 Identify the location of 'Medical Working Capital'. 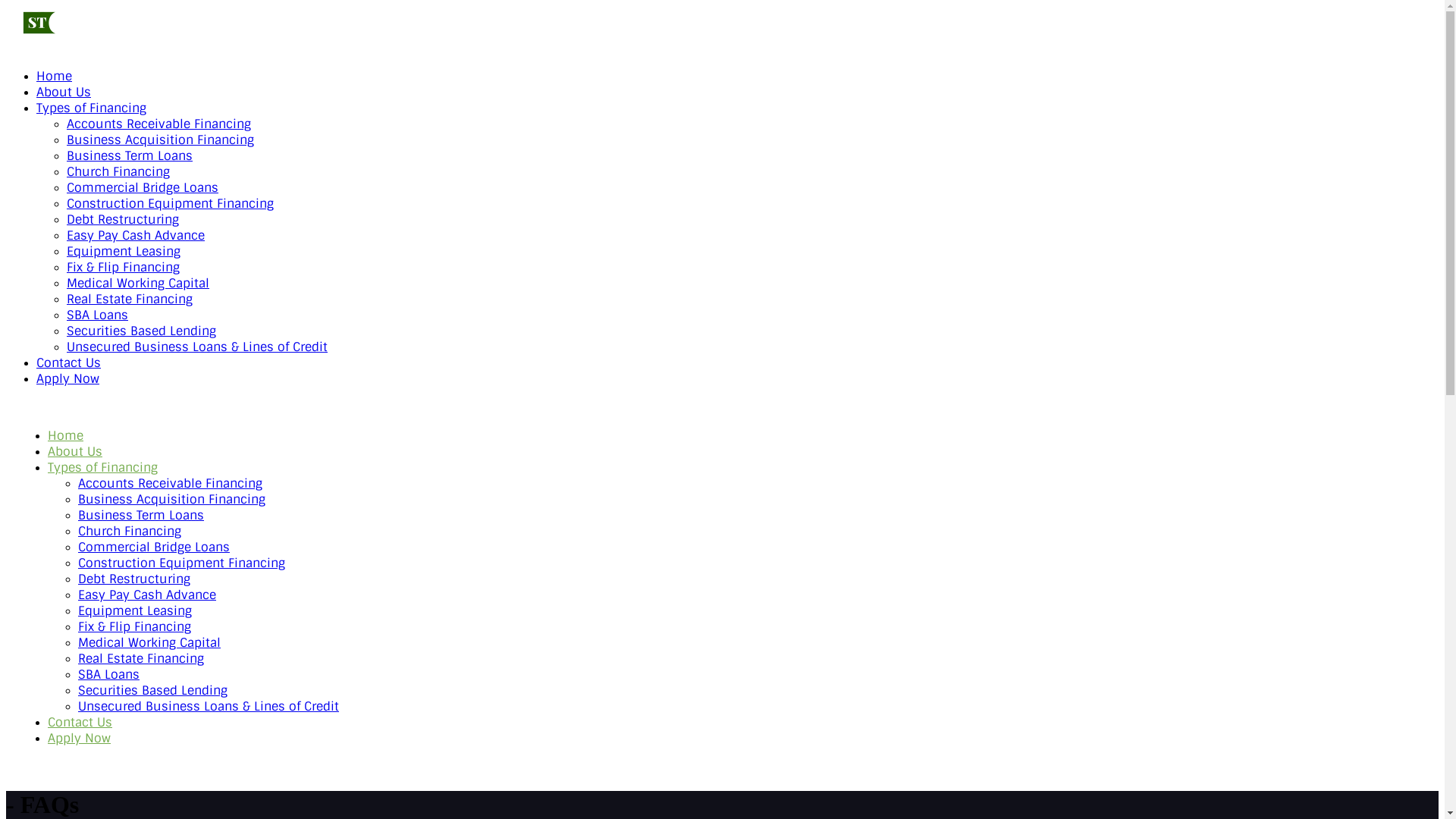
(138, 283).